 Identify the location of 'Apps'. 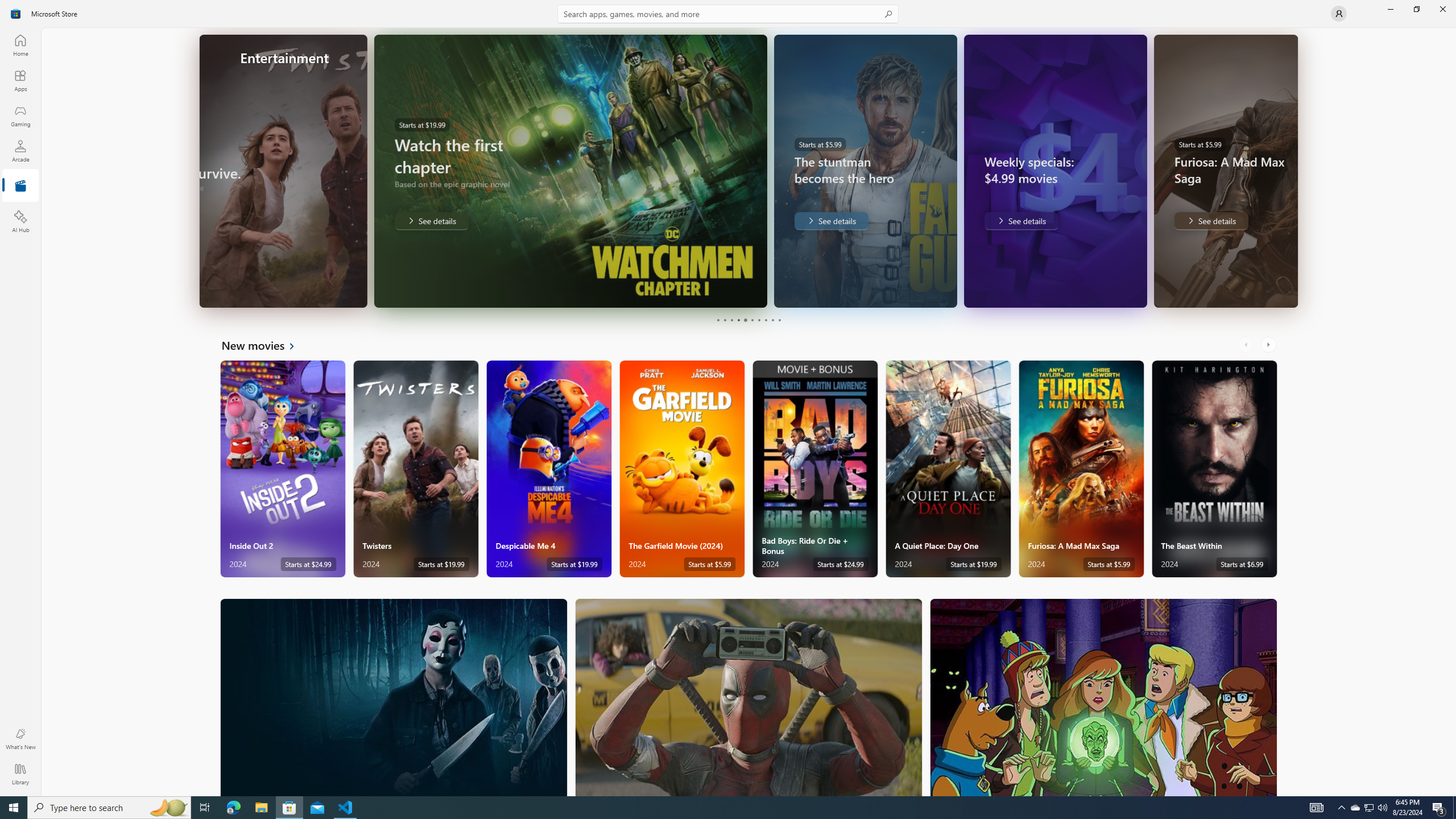
(19, 80).